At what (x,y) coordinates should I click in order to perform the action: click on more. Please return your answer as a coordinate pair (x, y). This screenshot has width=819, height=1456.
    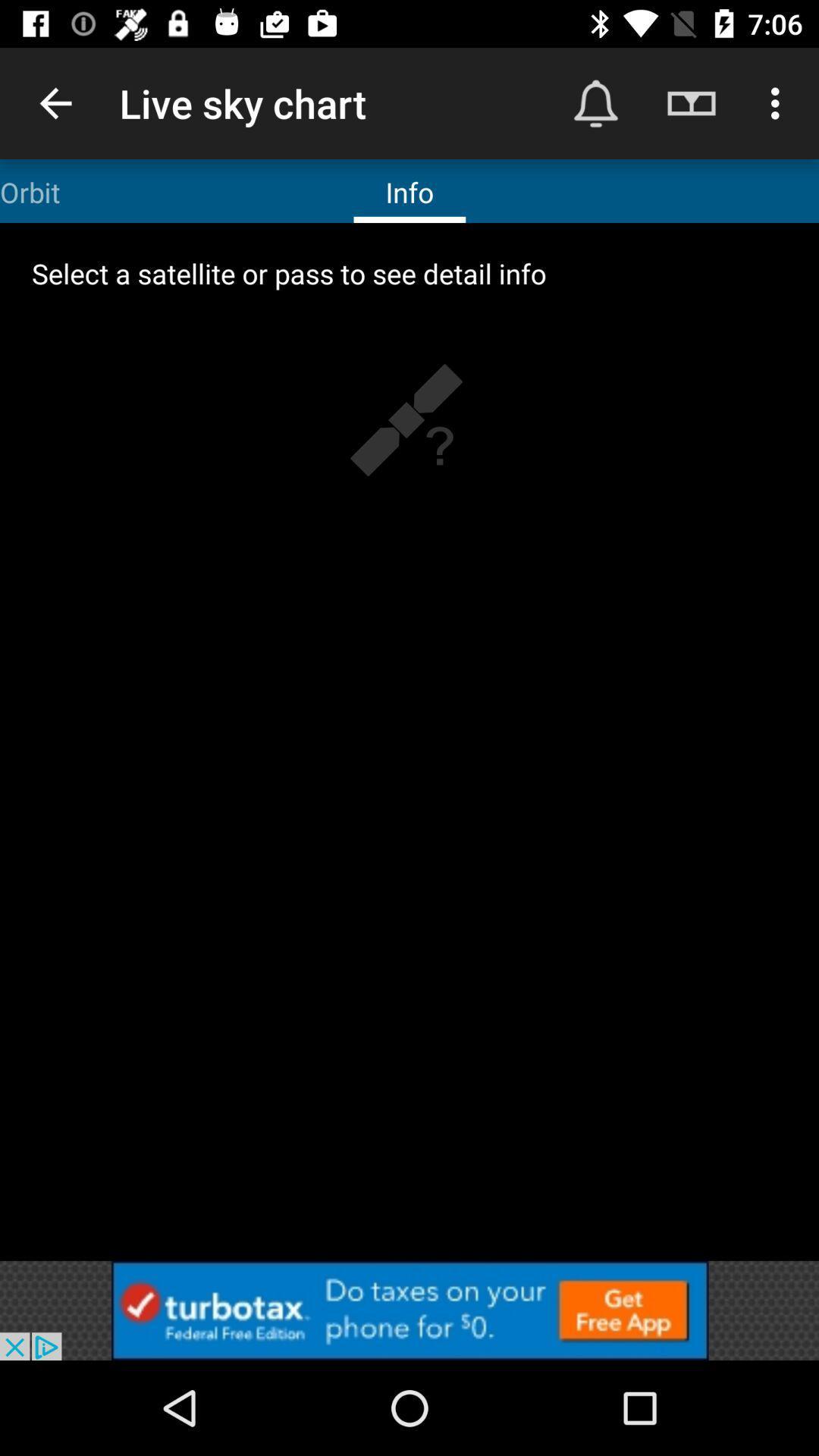
    Looking at the image, I should click on (409, 1310).